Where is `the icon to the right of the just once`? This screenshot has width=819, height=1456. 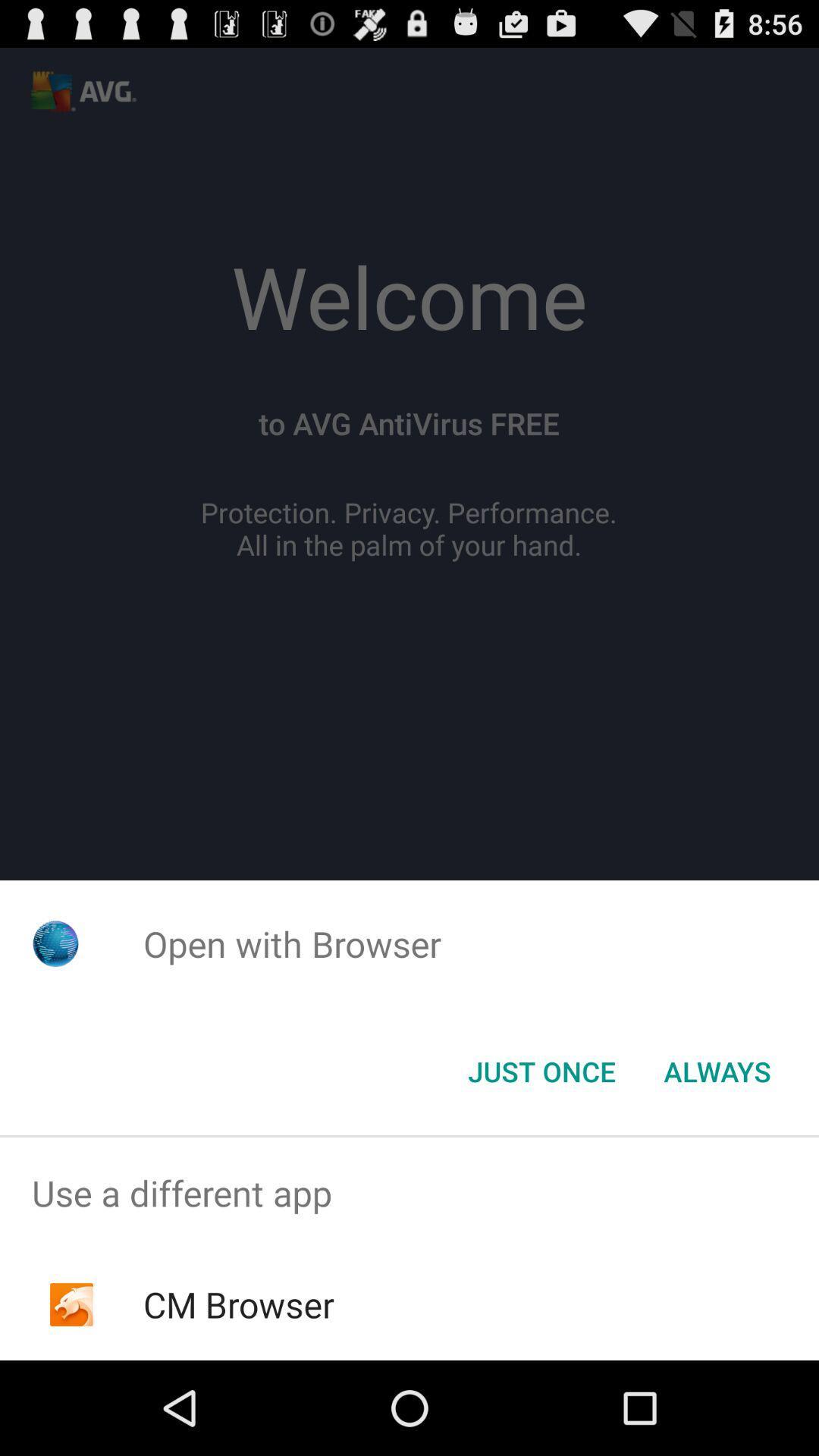
the icon to the right of the just once is located at coordinates (717, 1070).